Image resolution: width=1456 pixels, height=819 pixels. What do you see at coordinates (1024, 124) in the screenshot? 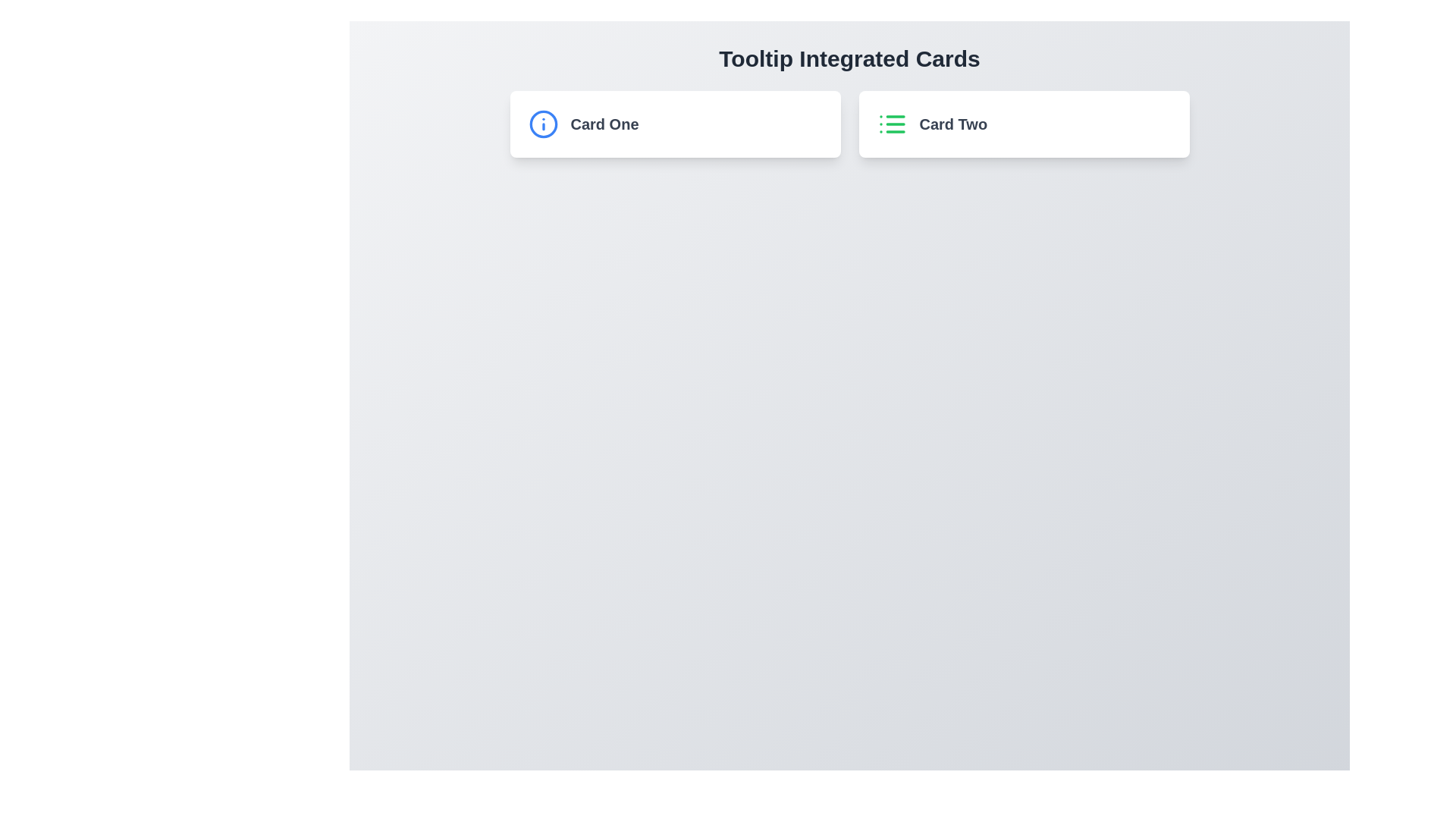
I see `the second card in the grid layout, labeled 'Card Two', which is positioned to the right of 'Card One'` at bounding box center [1024, 124].